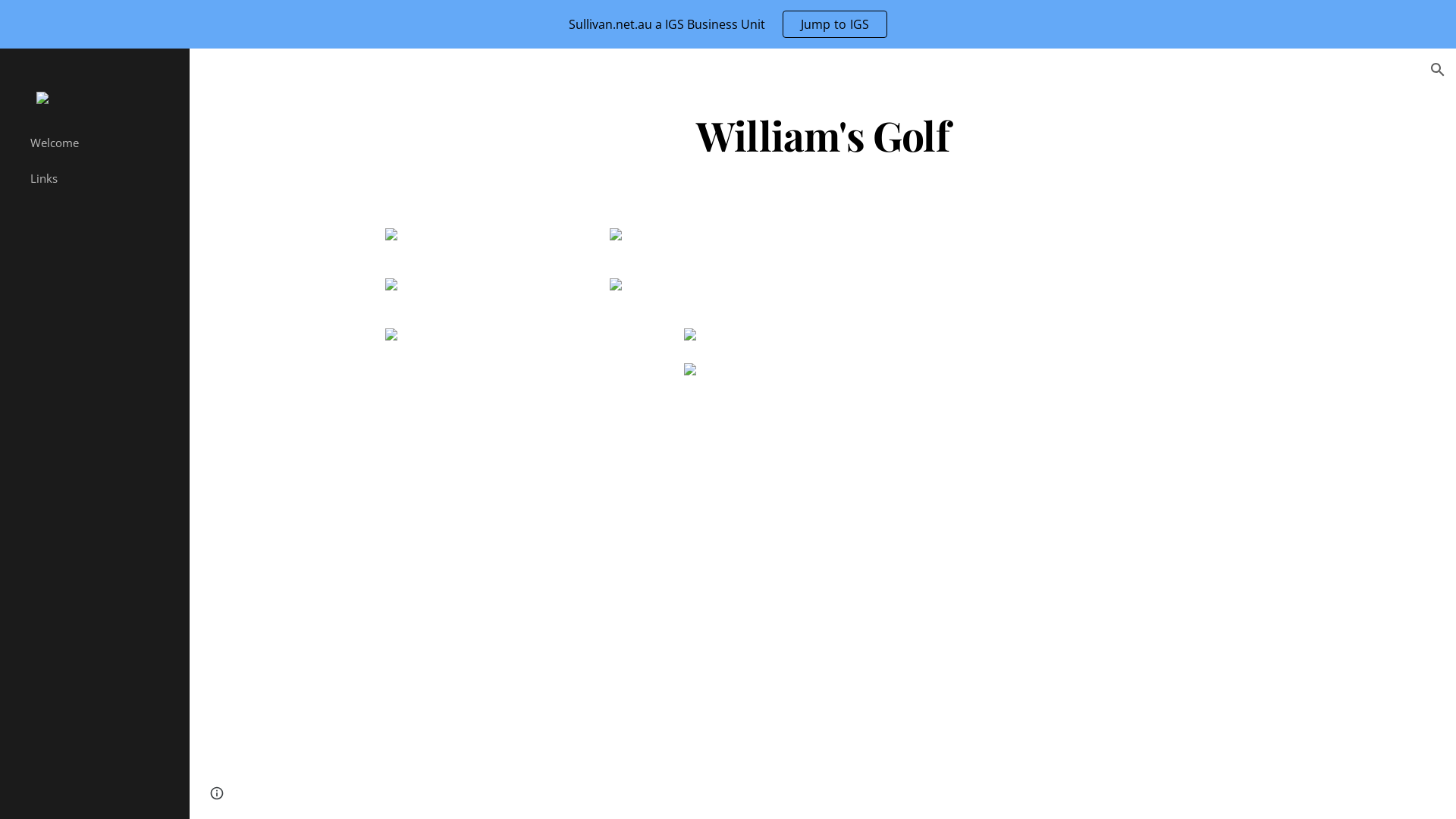 The height and width of the screenshot is (819, 1456). Describe the element at coordinates (102, 143) in the screenshot. I see `'Welcome'` at that location.